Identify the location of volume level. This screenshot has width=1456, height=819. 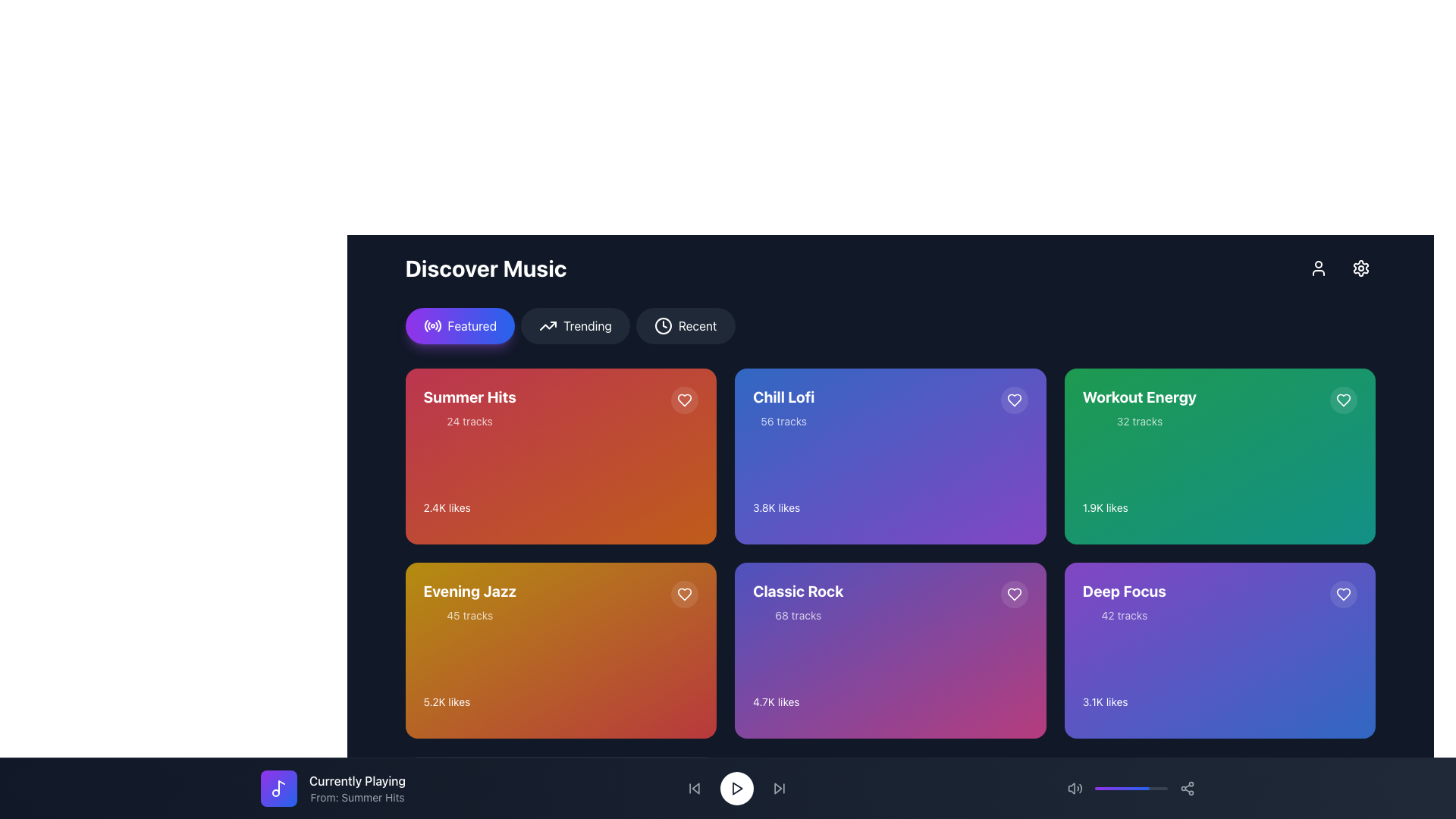
(1150, 788).